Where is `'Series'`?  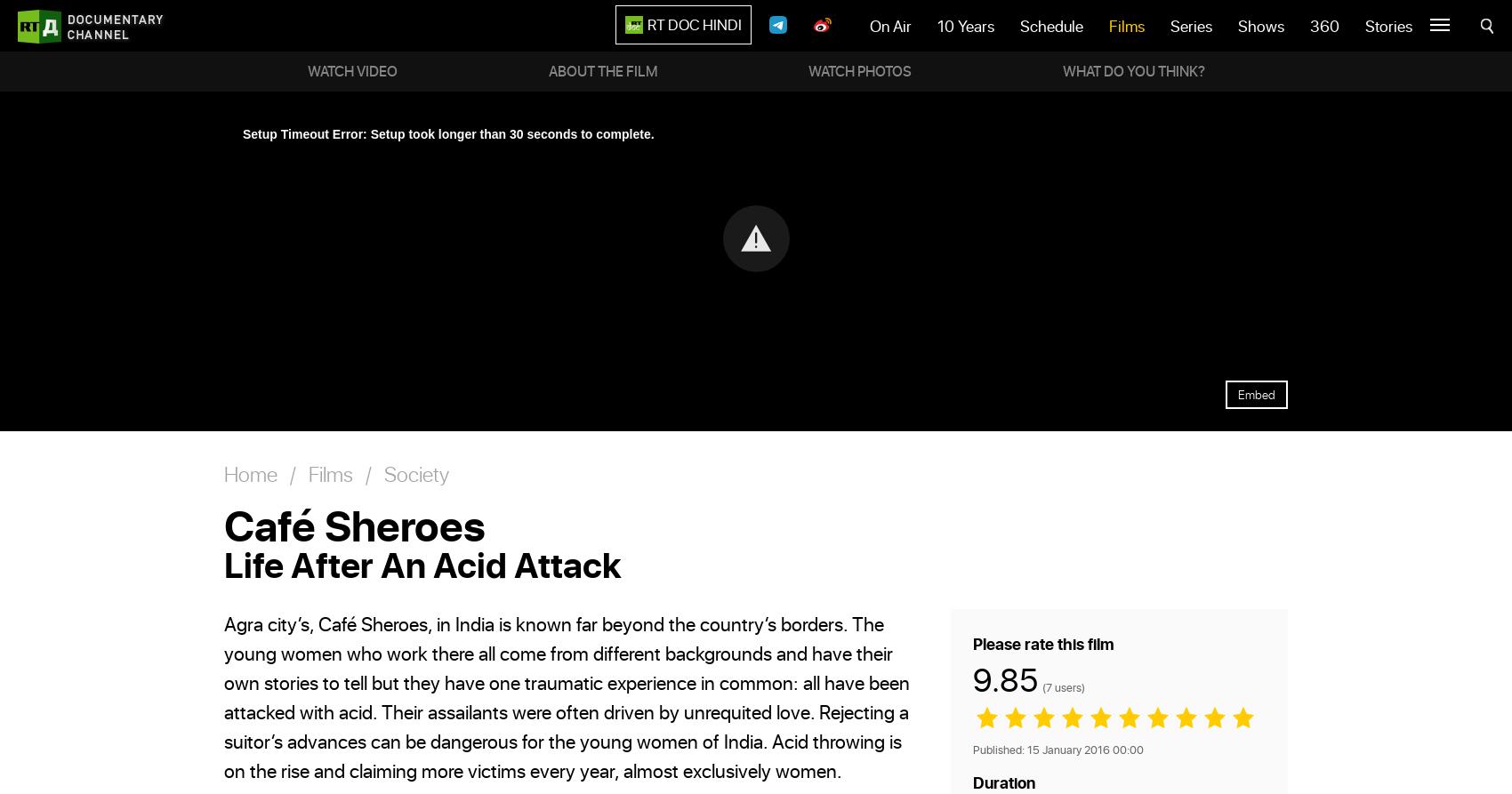 'Series' is located at coordinates (1191, 26).